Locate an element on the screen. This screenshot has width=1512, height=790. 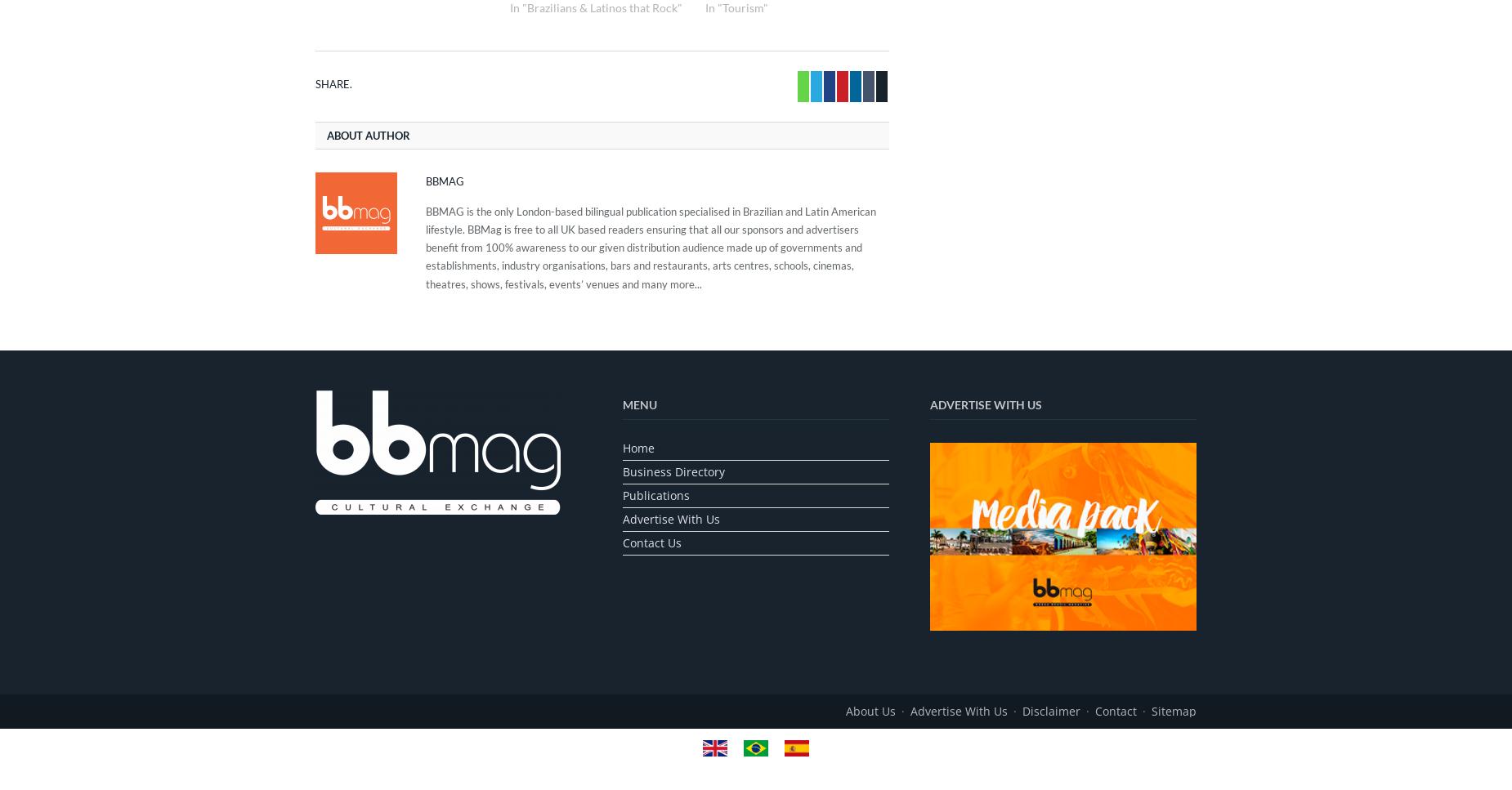
'Home' is located at coordinates (623, 447).